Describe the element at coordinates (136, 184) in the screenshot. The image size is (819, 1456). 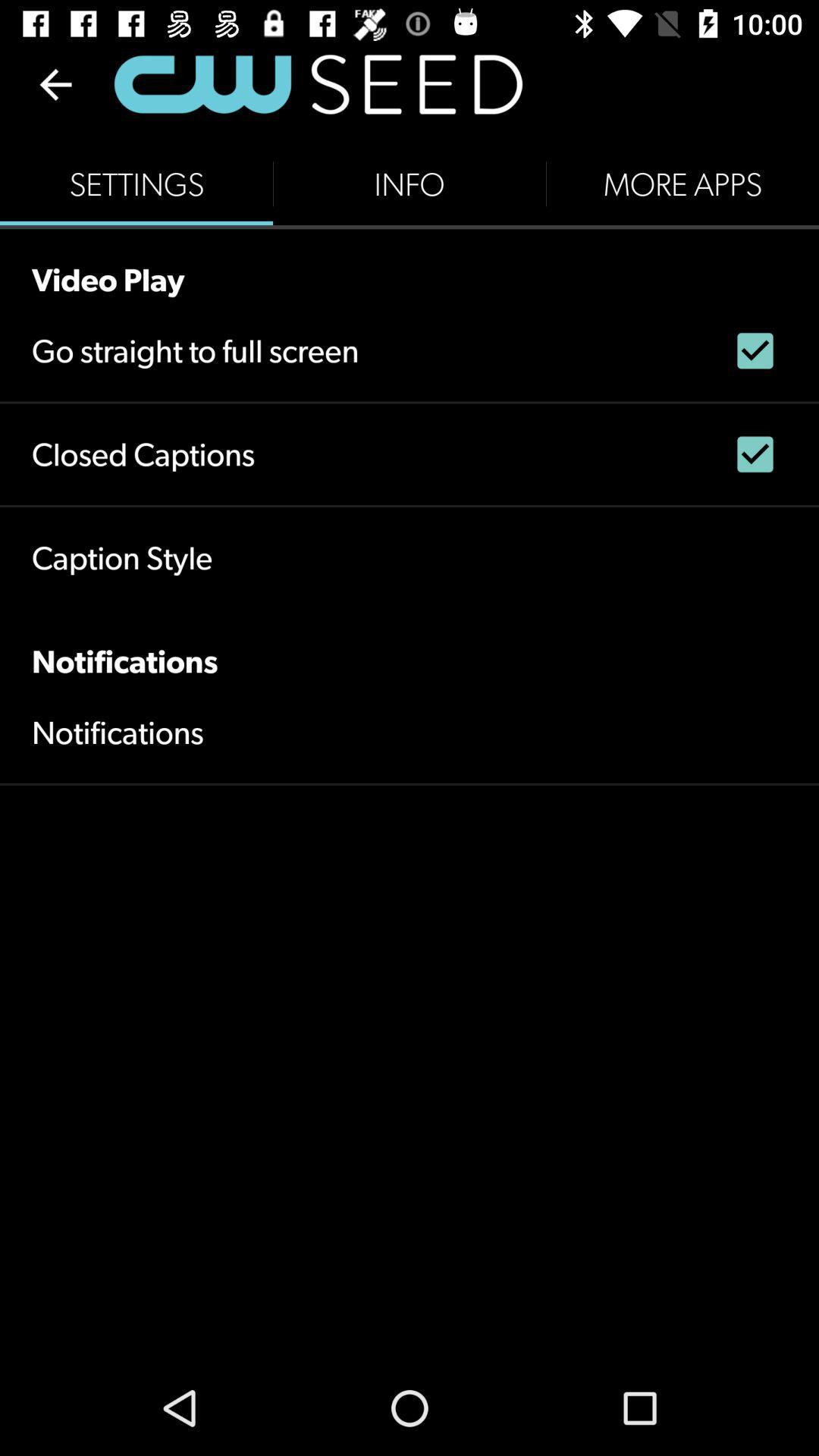
I see `settings` at that location.